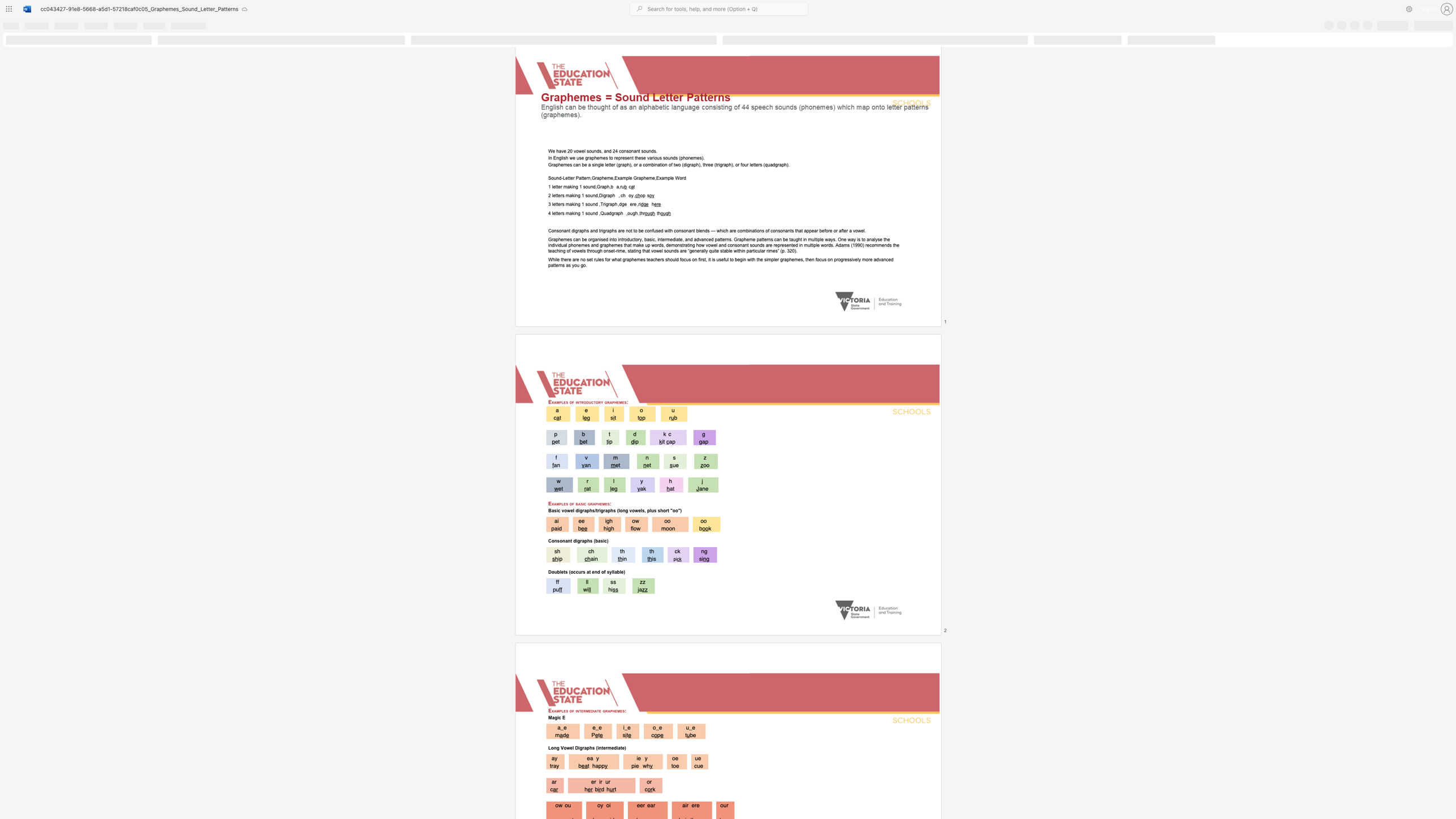  Describe the element at coordinates (589, 178) in the screenshot. I see `the space between the continuous character "n" and "," in the text` at that location.